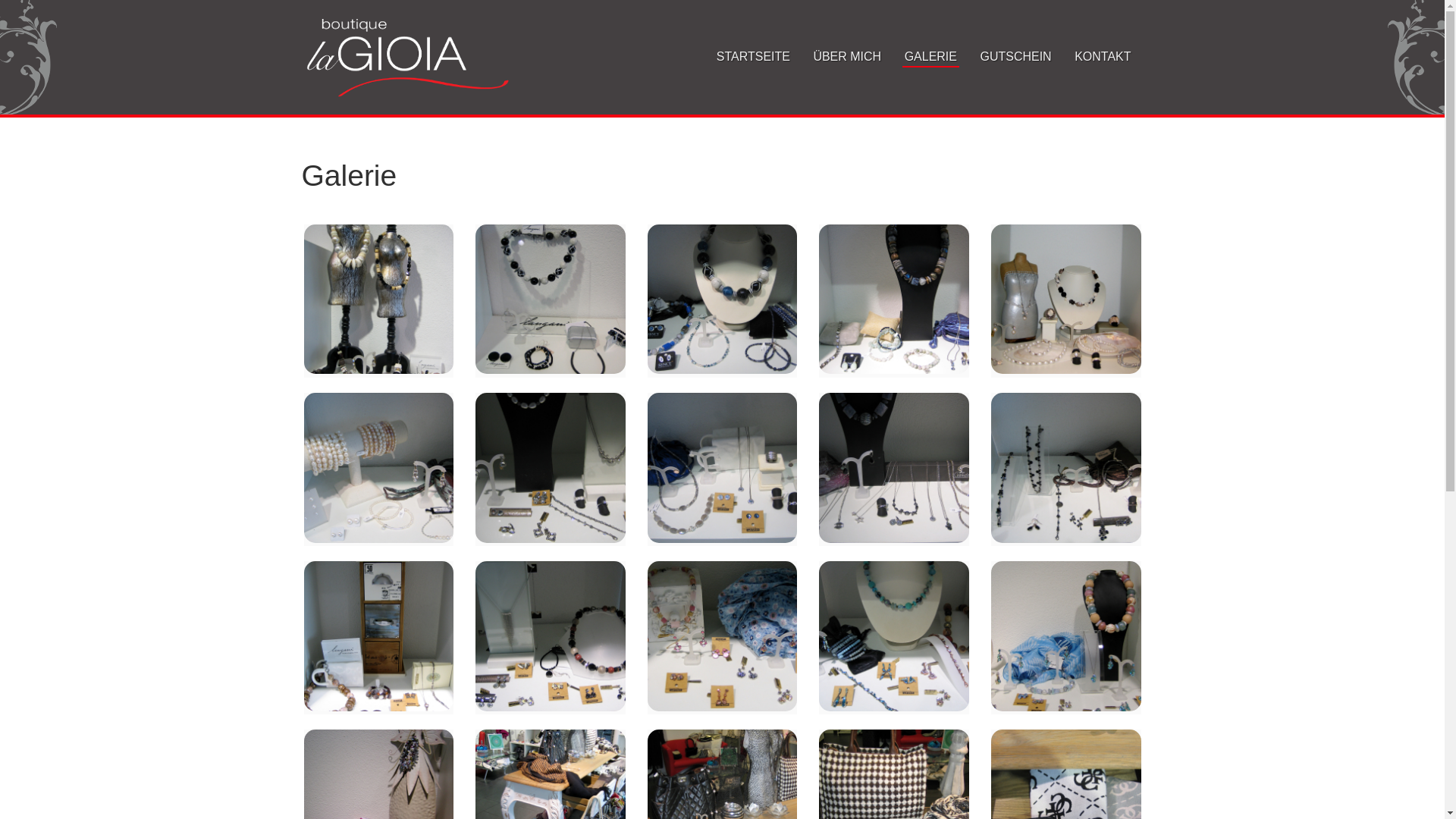  I want to click on 'STARTSEITE', so click(753, 56).